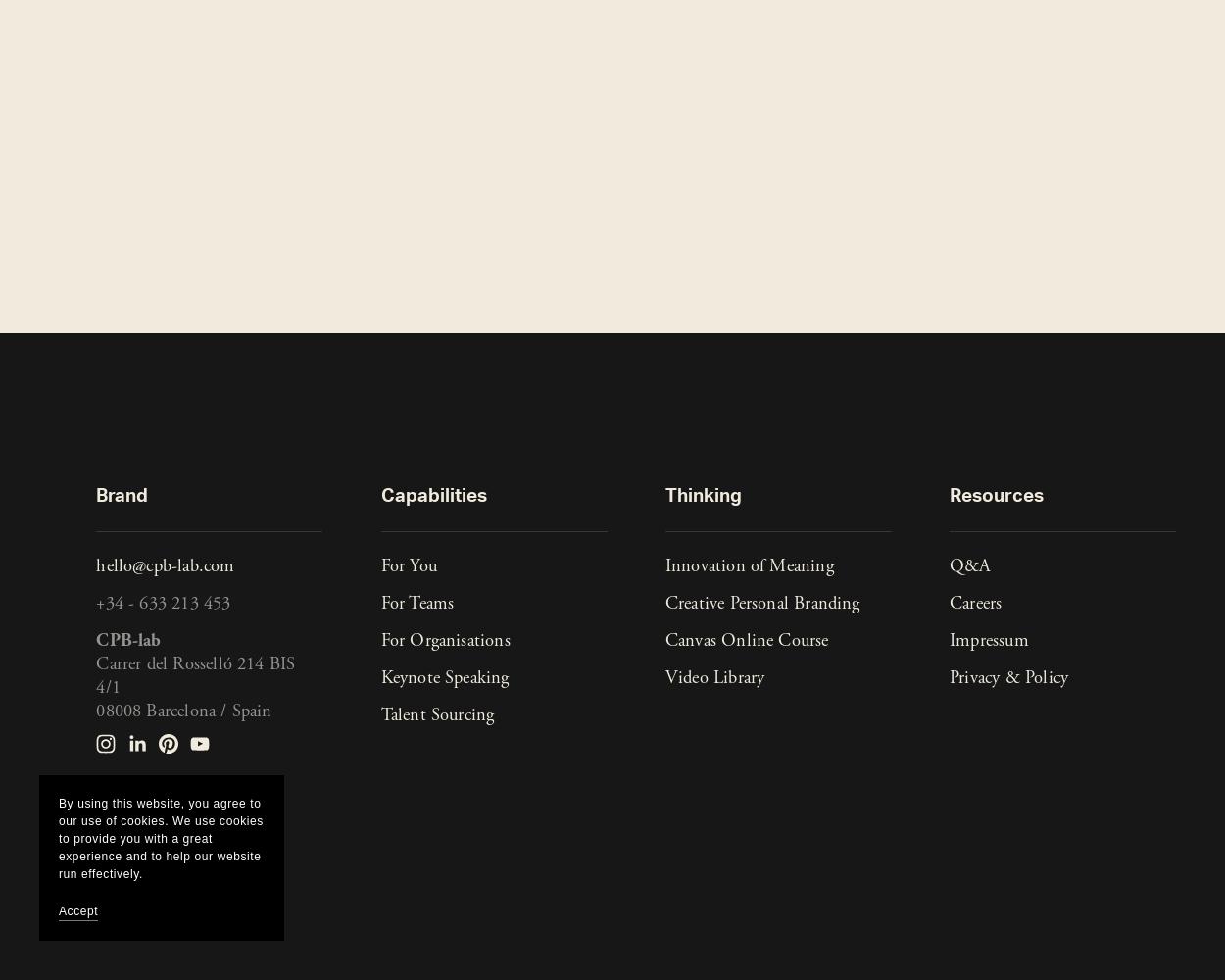 Image resolution: width=1225 pixels, height=980 pixels. I want to click on 'hello@cpb-lab.com', so click(165, 565).